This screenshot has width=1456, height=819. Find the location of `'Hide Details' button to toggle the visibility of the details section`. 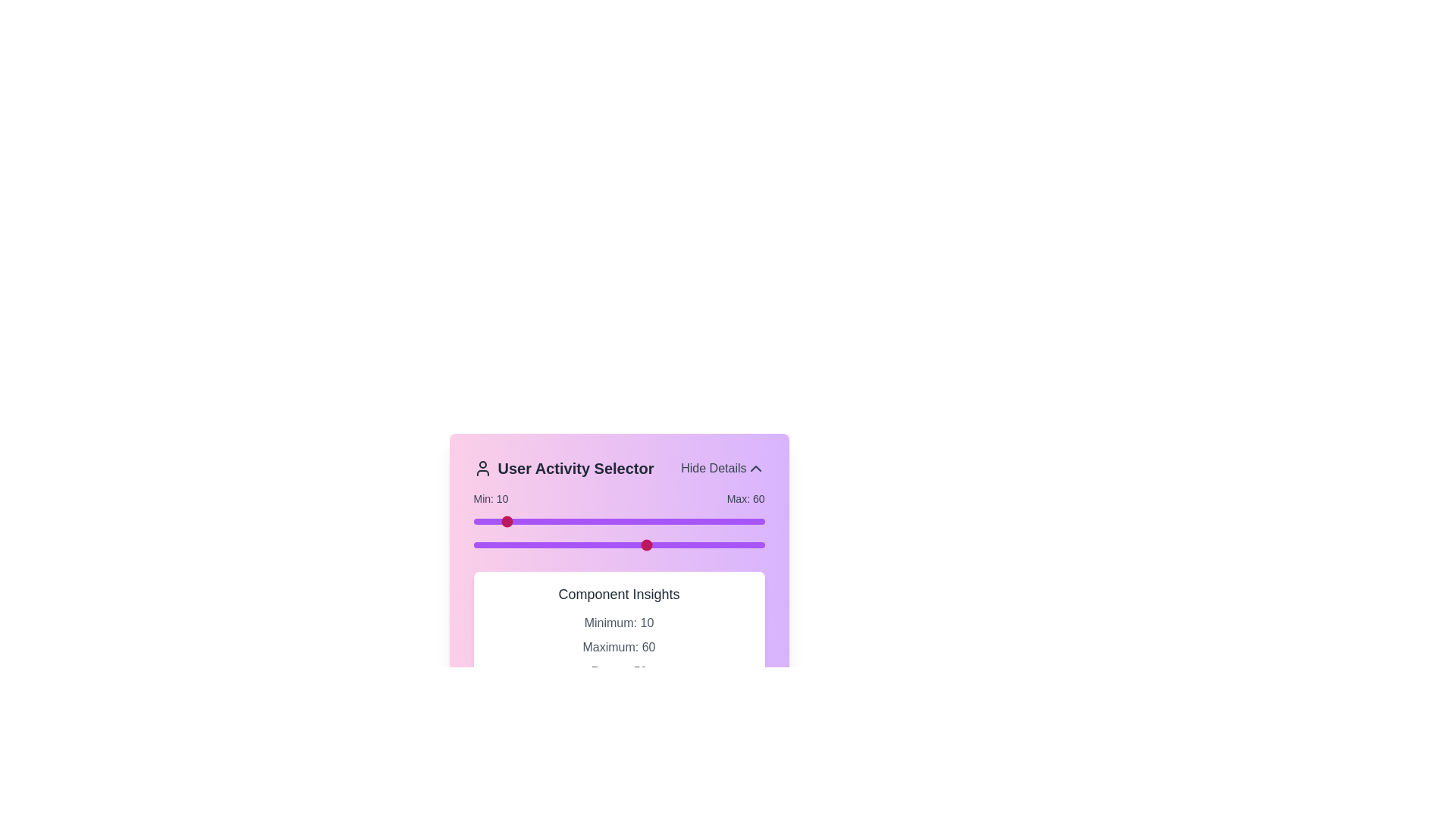

'Hide Details' button to toggle the visibility of the details section is located at coordinates (722, 467).